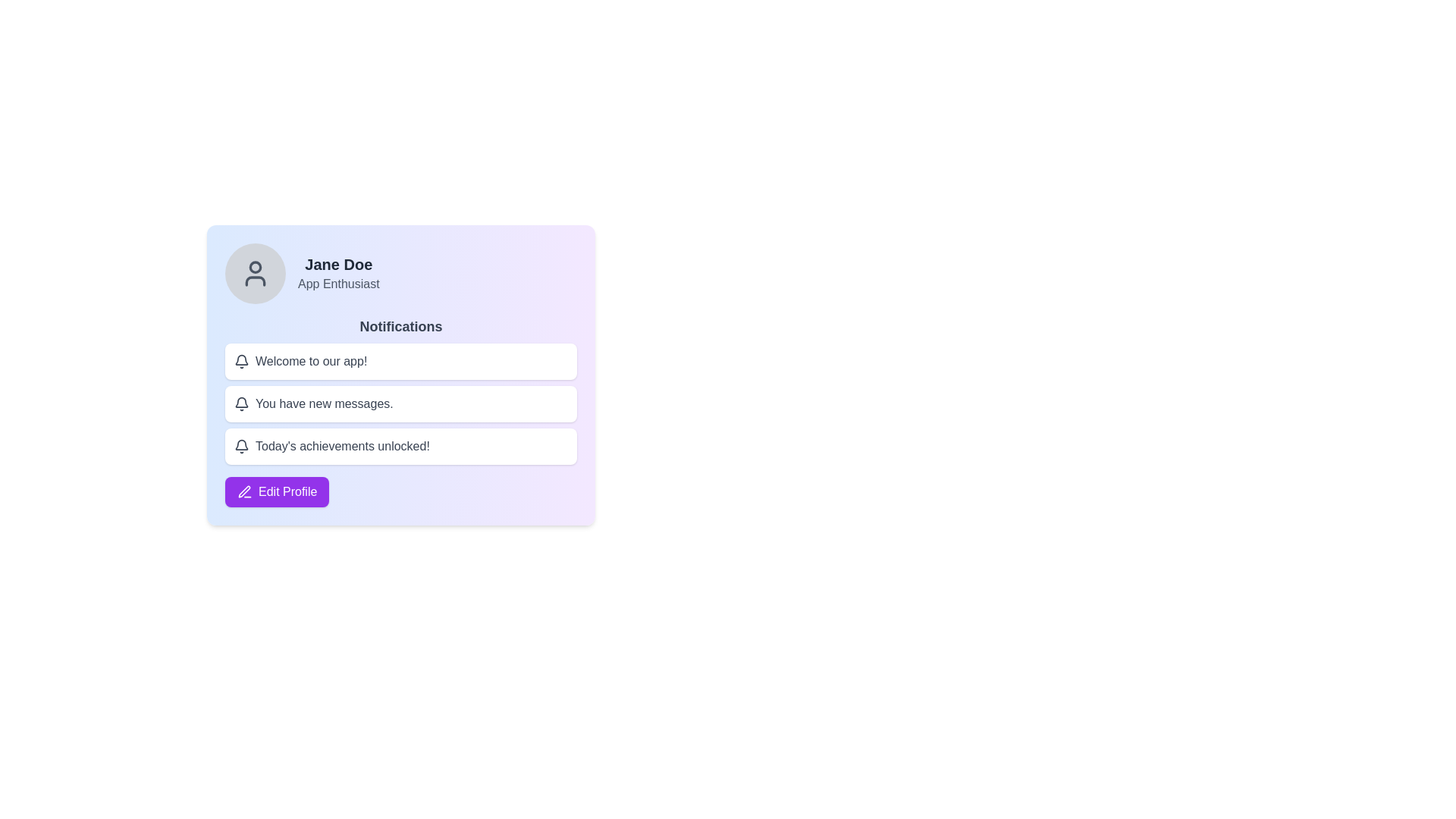  I want to click on the edit profile vector graphic icon located inside the 'Edit Profile' button at the bottom of the user information card, so click(244, 491).